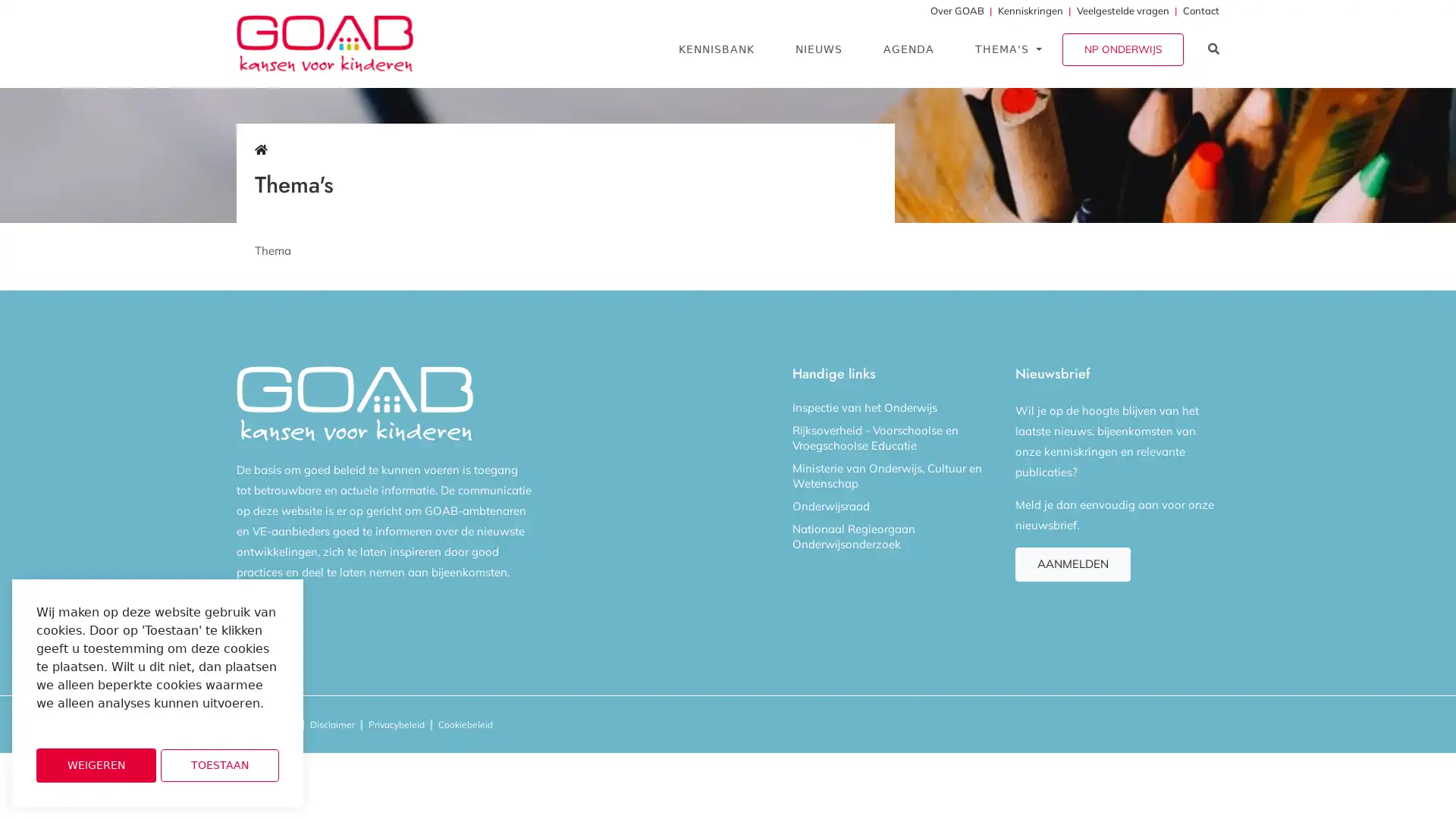 This screenshot has height=819, width=1456. I want to click on dismiss cookie message, so click(95, 765).